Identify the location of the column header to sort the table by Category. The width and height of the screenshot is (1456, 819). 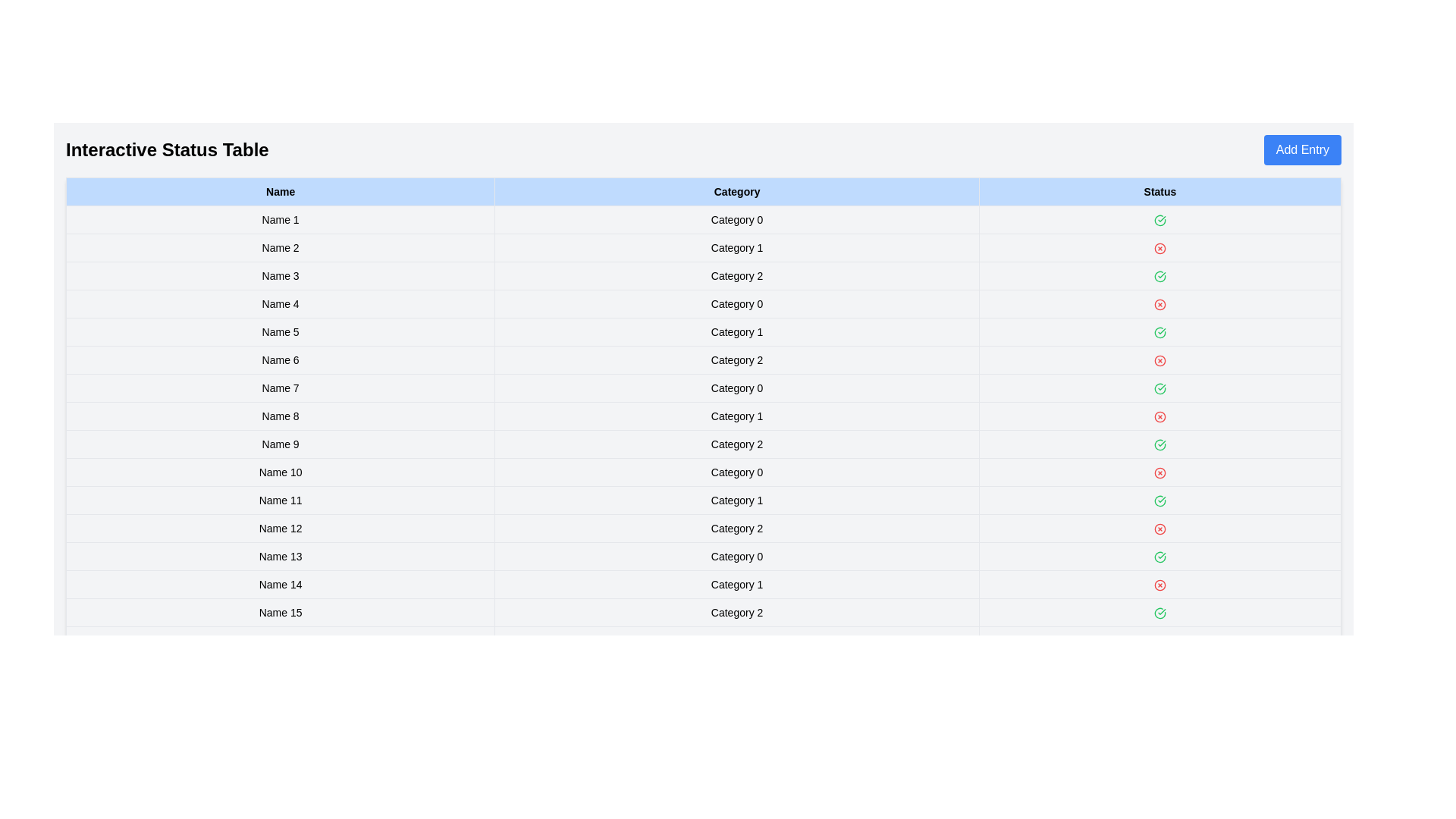
(736, 191).